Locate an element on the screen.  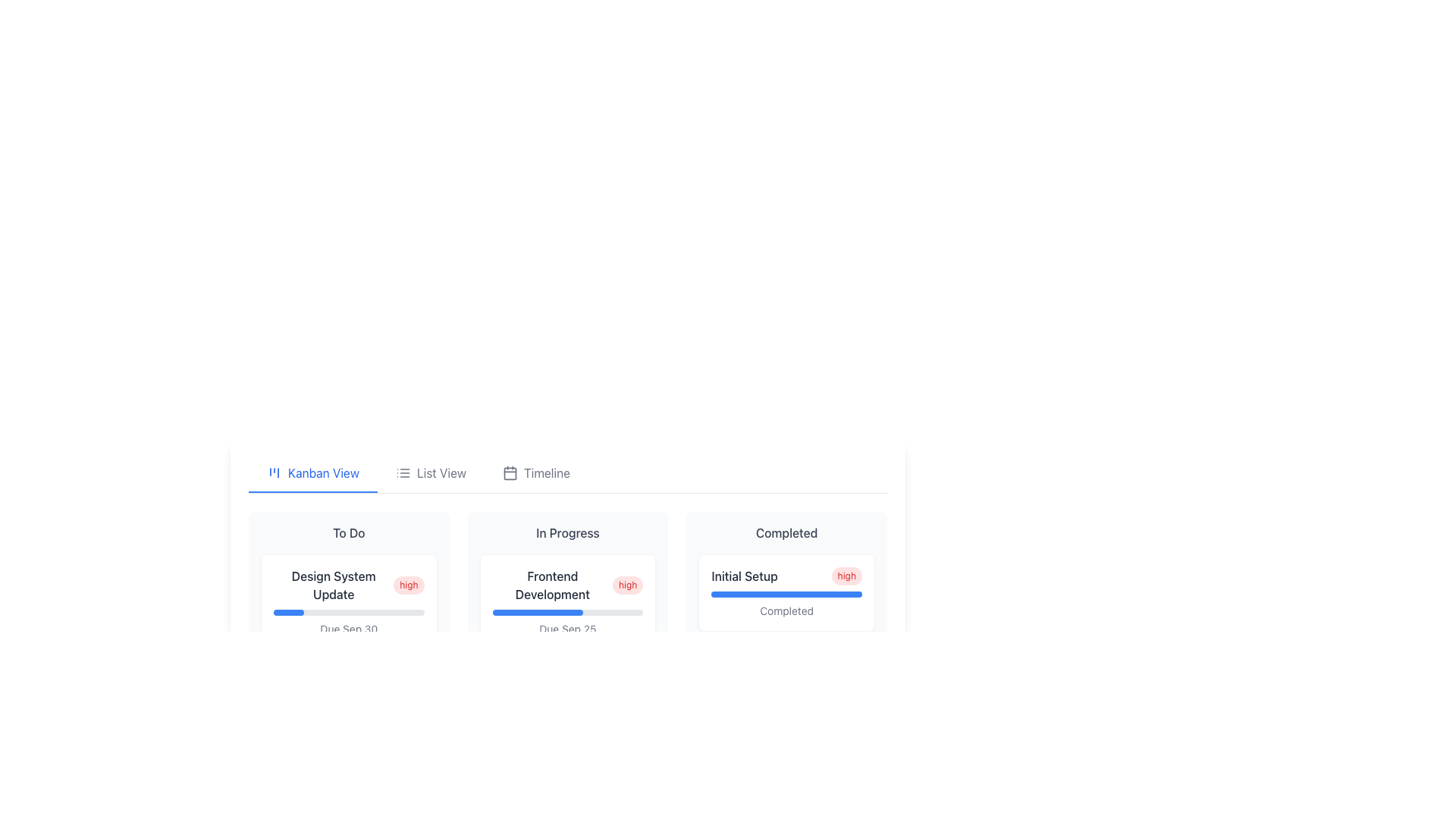
the composite element labeled 'Initial Setup' with a badge 'high' in the 'Completed' column of the Kanban board is located at coordinates (786, 576).